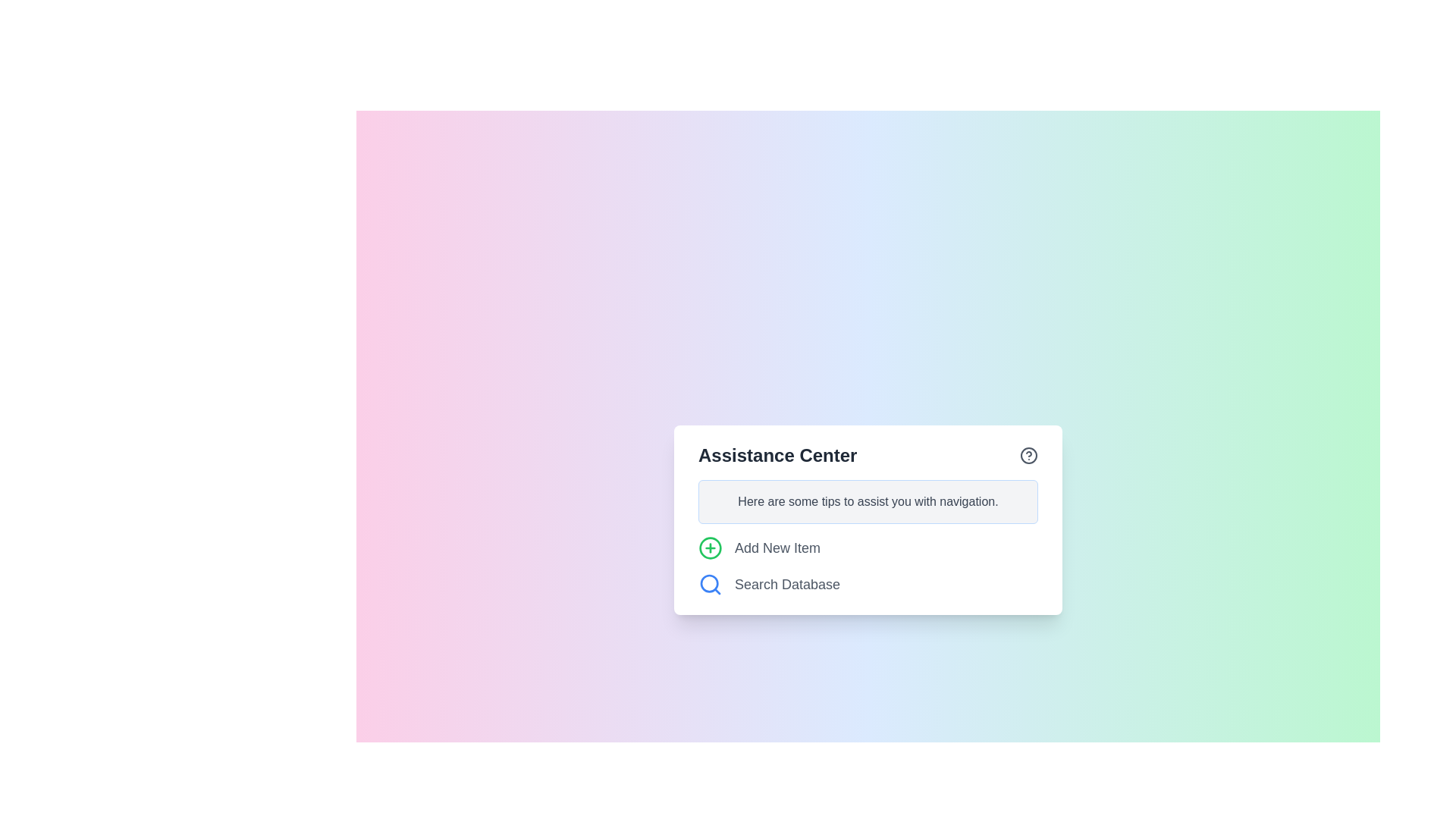  I want to click on text content of the label that says 'Add New Item', which is styled in large gray font and located near a green plus-circle icon, so click(777, 548).